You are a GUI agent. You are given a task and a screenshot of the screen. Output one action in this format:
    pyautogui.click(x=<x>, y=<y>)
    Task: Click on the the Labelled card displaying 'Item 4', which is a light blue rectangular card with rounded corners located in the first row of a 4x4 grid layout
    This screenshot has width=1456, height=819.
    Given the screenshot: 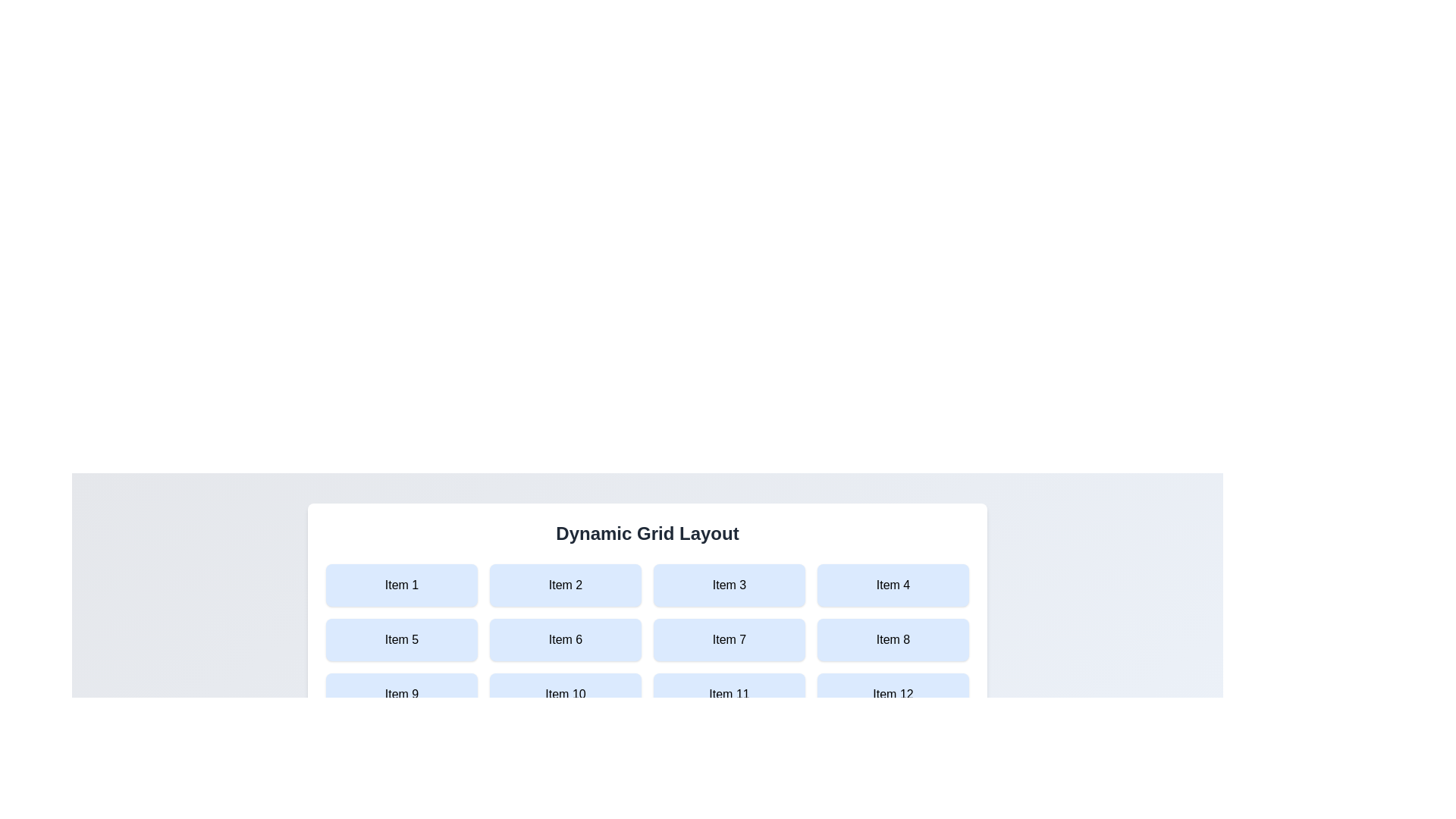 What is the action you would take?
    pyautogui.click(x=893, y=584)
    